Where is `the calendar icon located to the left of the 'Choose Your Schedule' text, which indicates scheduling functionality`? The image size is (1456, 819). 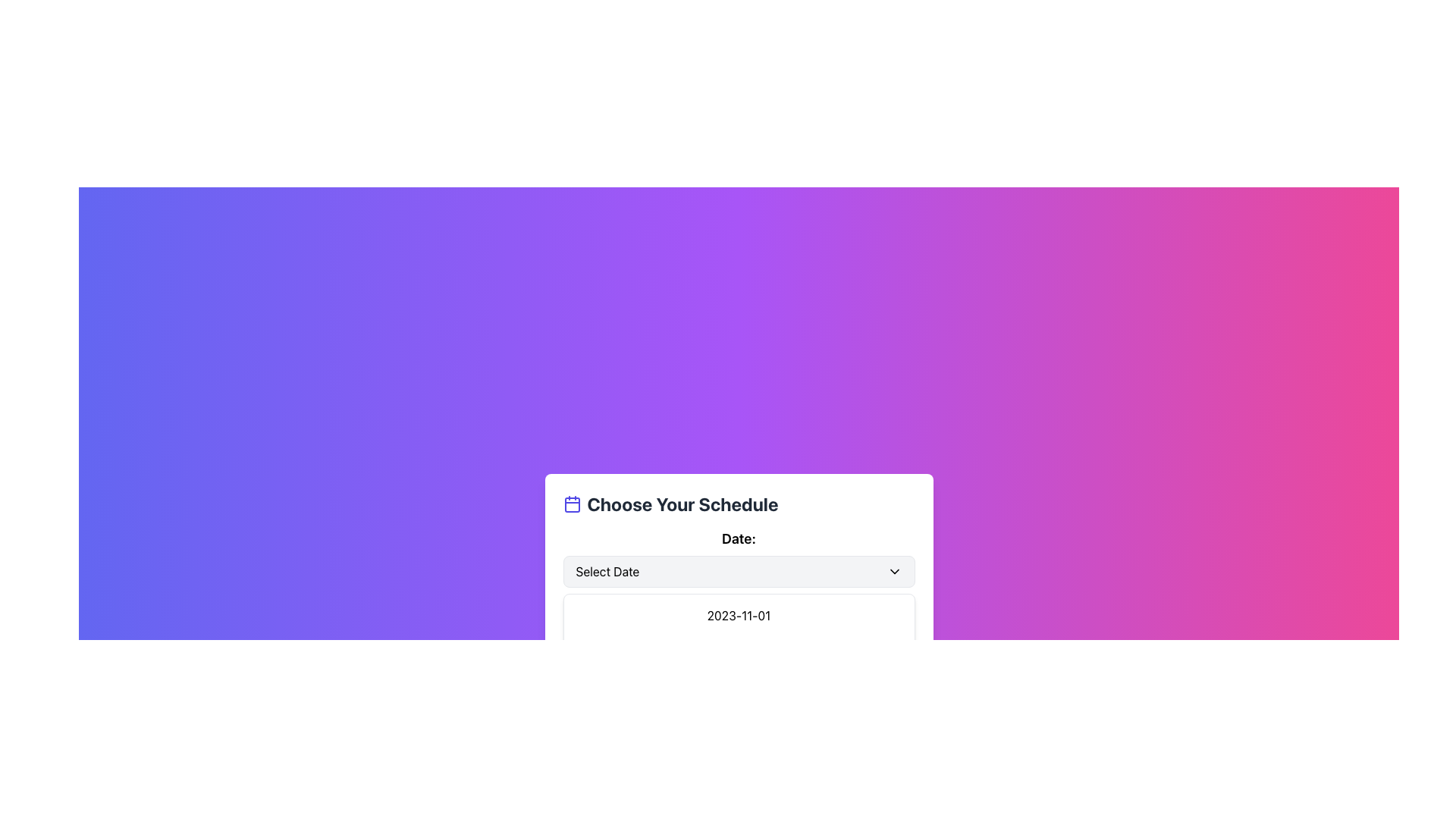
the calendar icon located to the left of the 'Choose Your Schedule' text, which indicates scheduling functionality is located at coordinates (571, 504).